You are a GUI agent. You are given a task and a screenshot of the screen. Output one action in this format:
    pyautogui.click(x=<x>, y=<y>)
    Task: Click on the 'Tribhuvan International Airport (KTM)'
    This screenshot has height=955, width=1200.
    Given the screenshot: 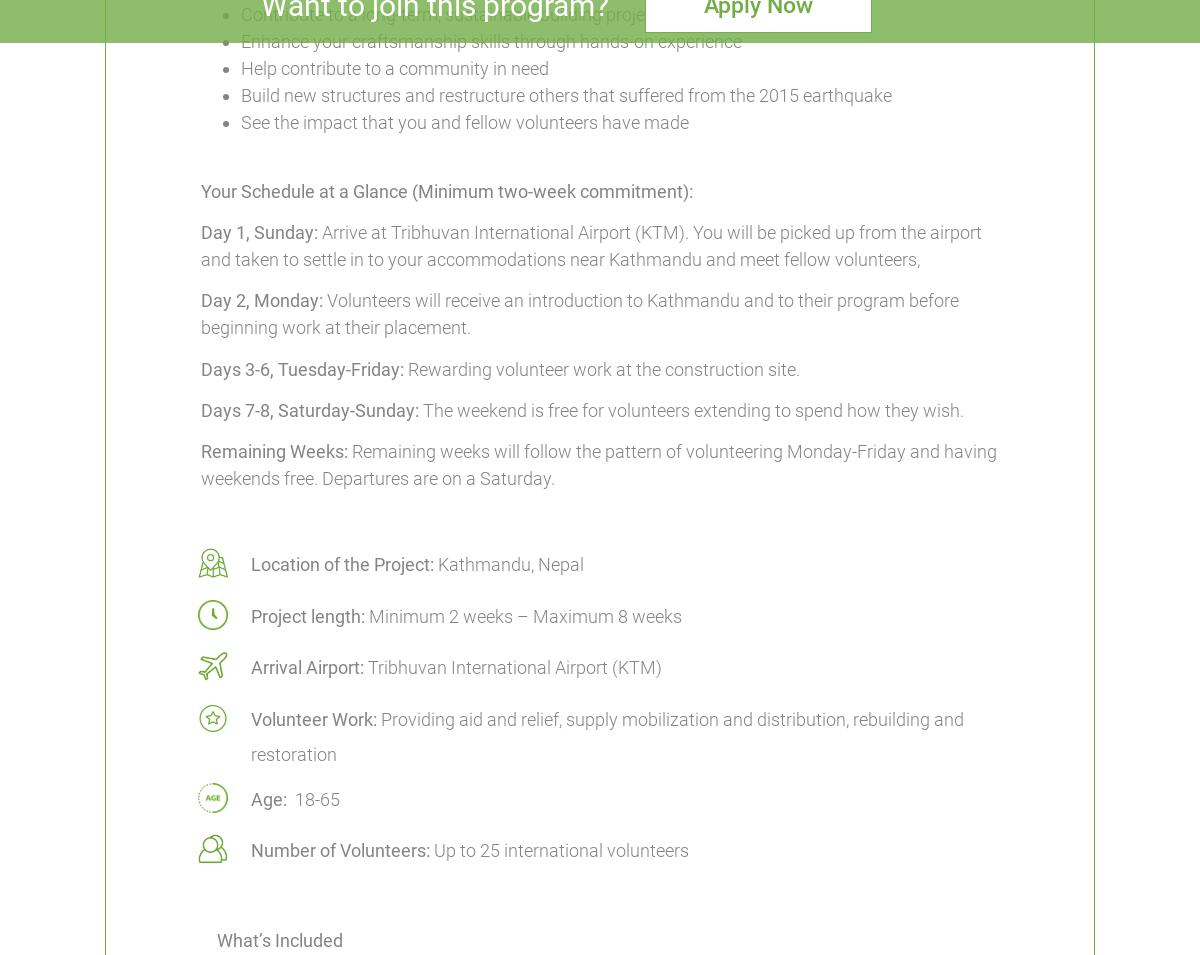 What is the action you would take?
    pyautogui.click(x=512, y=666)
    